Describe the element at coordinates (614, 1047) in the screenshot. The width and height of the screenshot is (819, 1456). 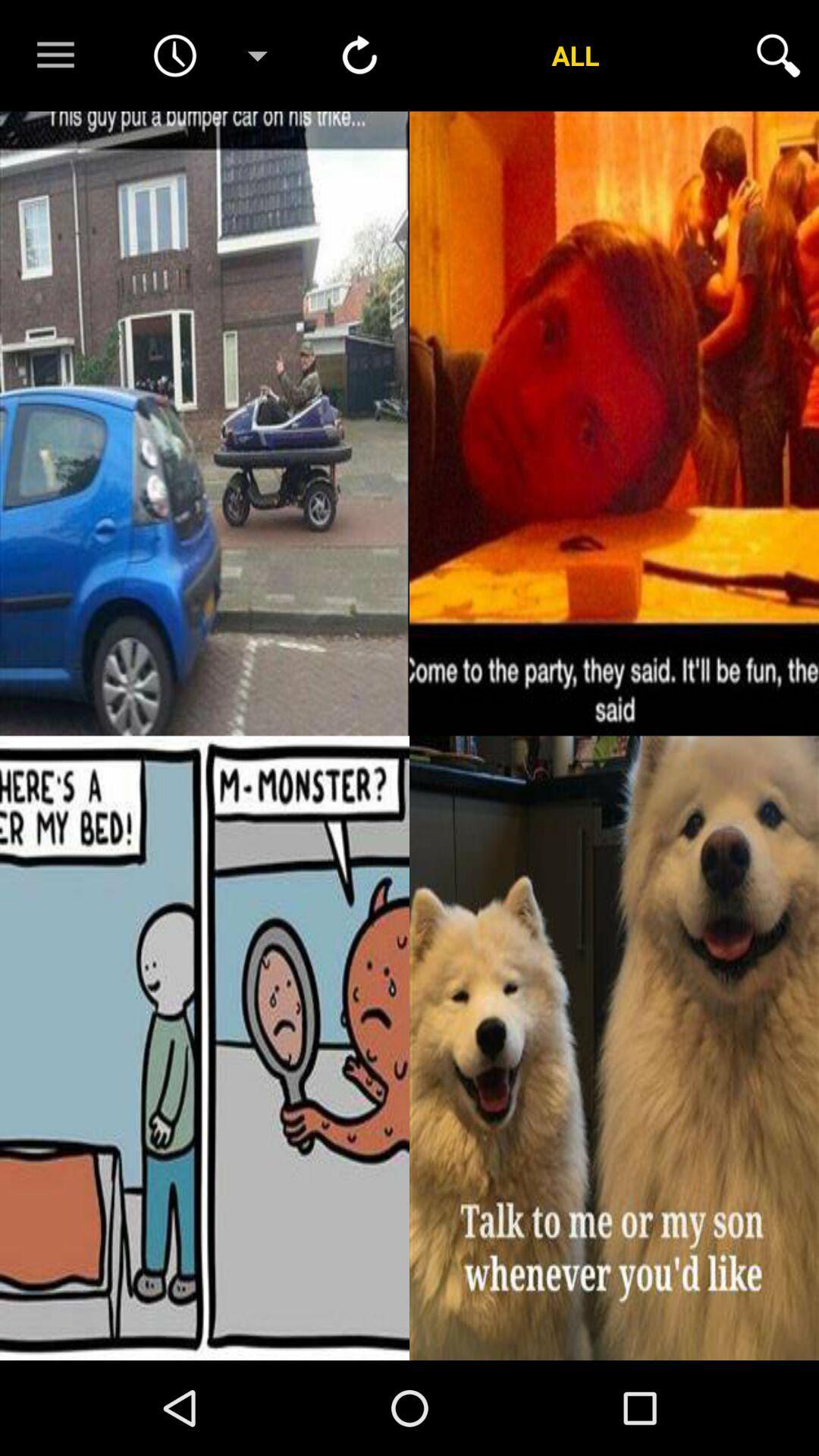
I see `image` at that location.